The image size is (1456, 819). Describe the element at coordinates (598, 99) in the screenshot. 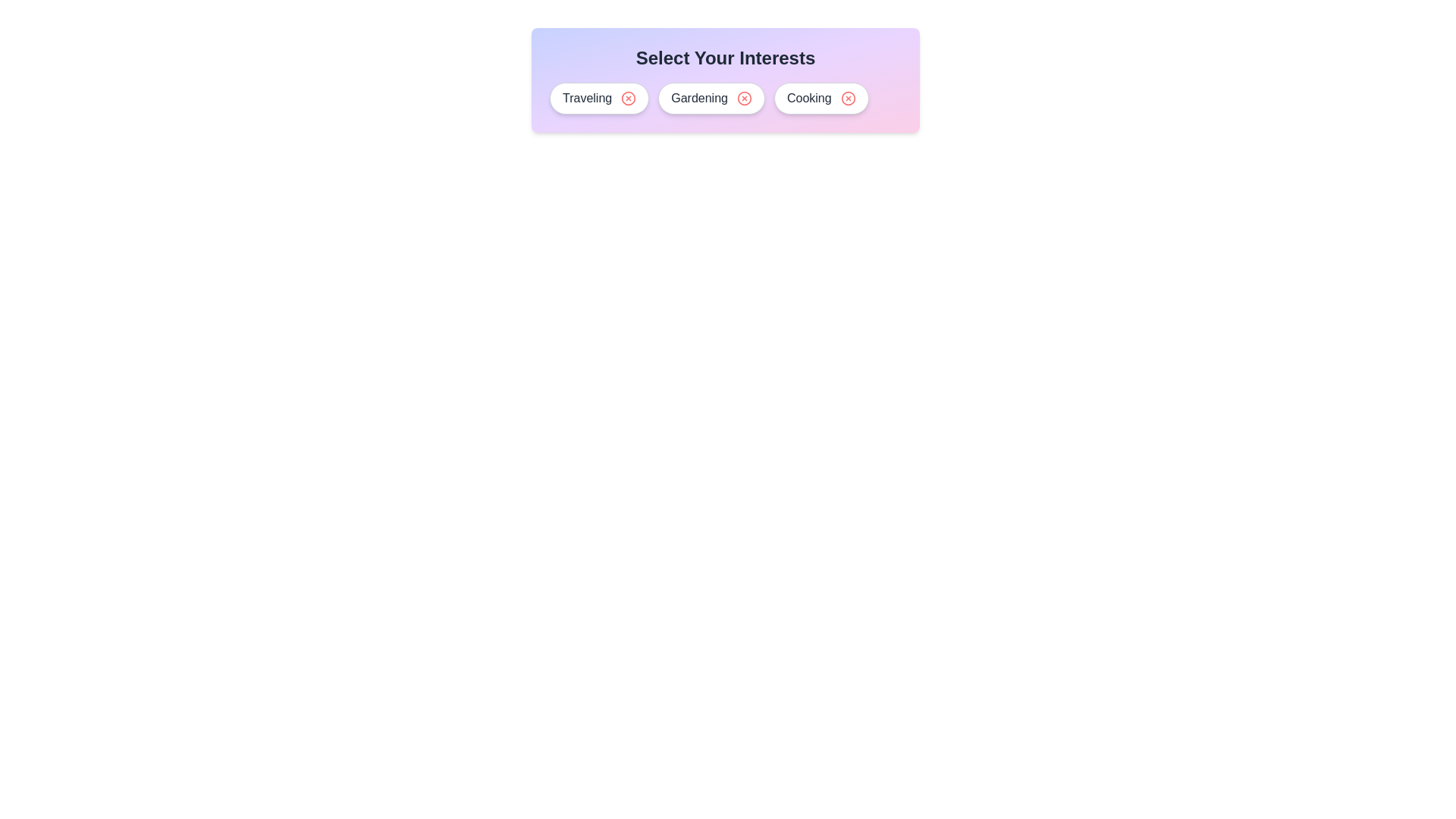

I see `the interest tag Traveling to observe its hover effect` at that location.